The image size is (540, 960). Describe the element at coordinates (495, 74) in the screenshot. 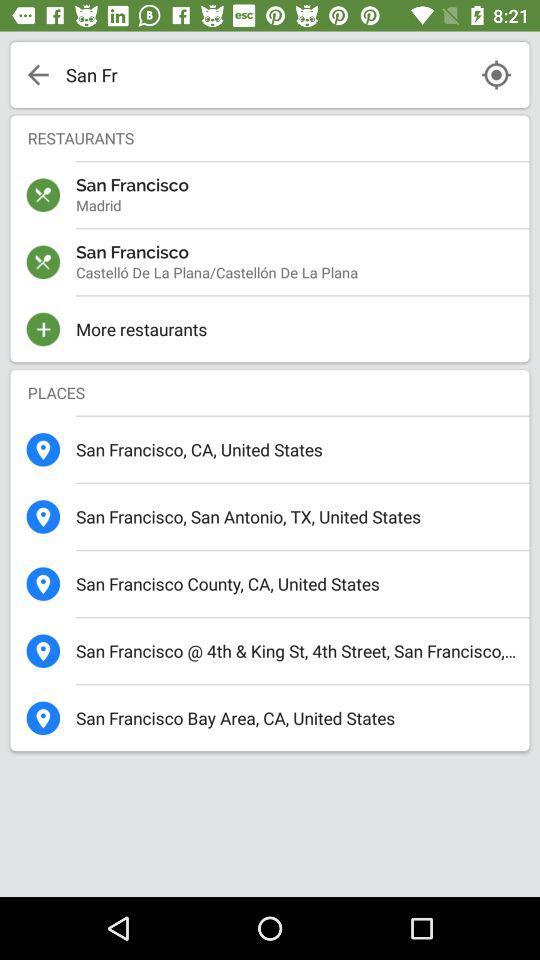

I see `search by current location` at that location.